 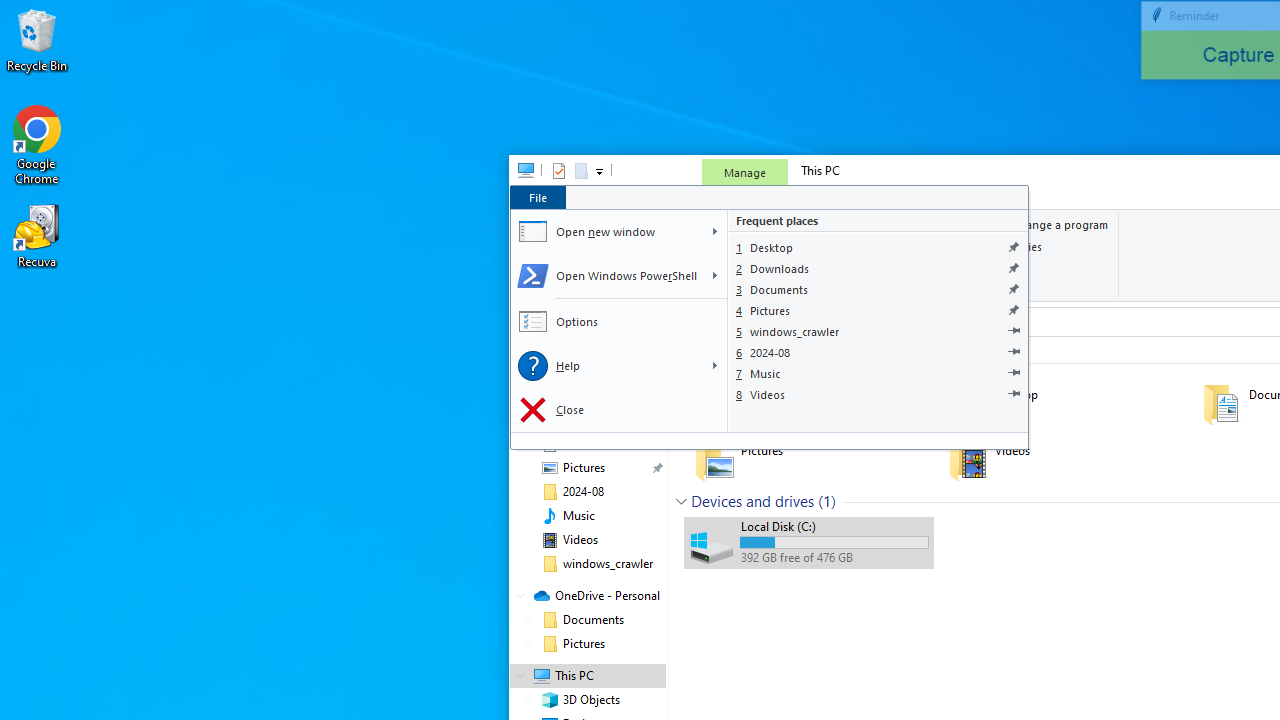 What do you see at coordinates (878, 373) in the screenshot?
I see `'Music'` at bounding box center [878, 373].